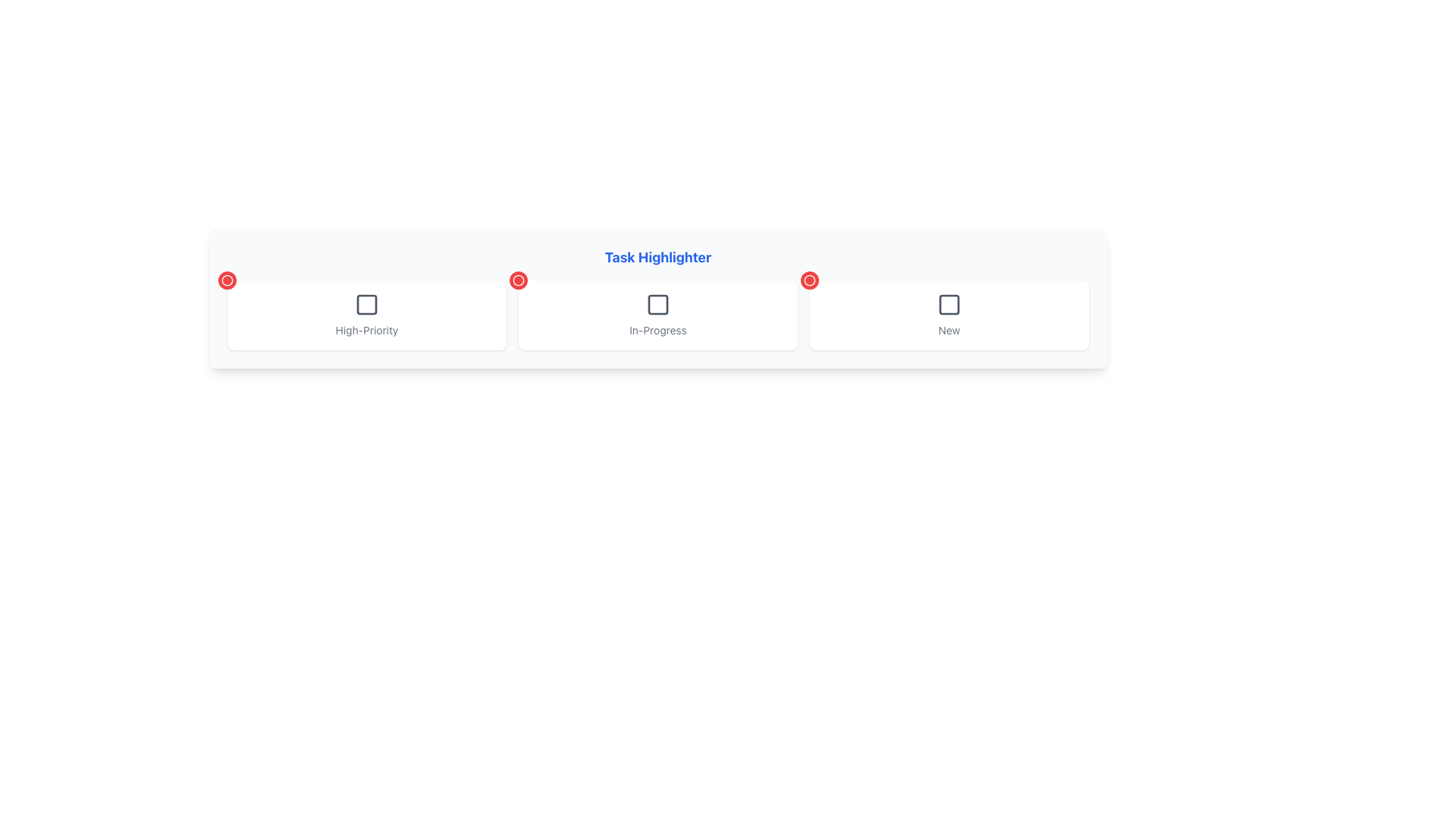 This screenshot has width=1456, height=819. What do you see at coordinates (226, 281) in the screenshot?
I see `the distinct red circular button located in the top-left corner of the 'High-Priority' panel` at bounding box center [226, 281].